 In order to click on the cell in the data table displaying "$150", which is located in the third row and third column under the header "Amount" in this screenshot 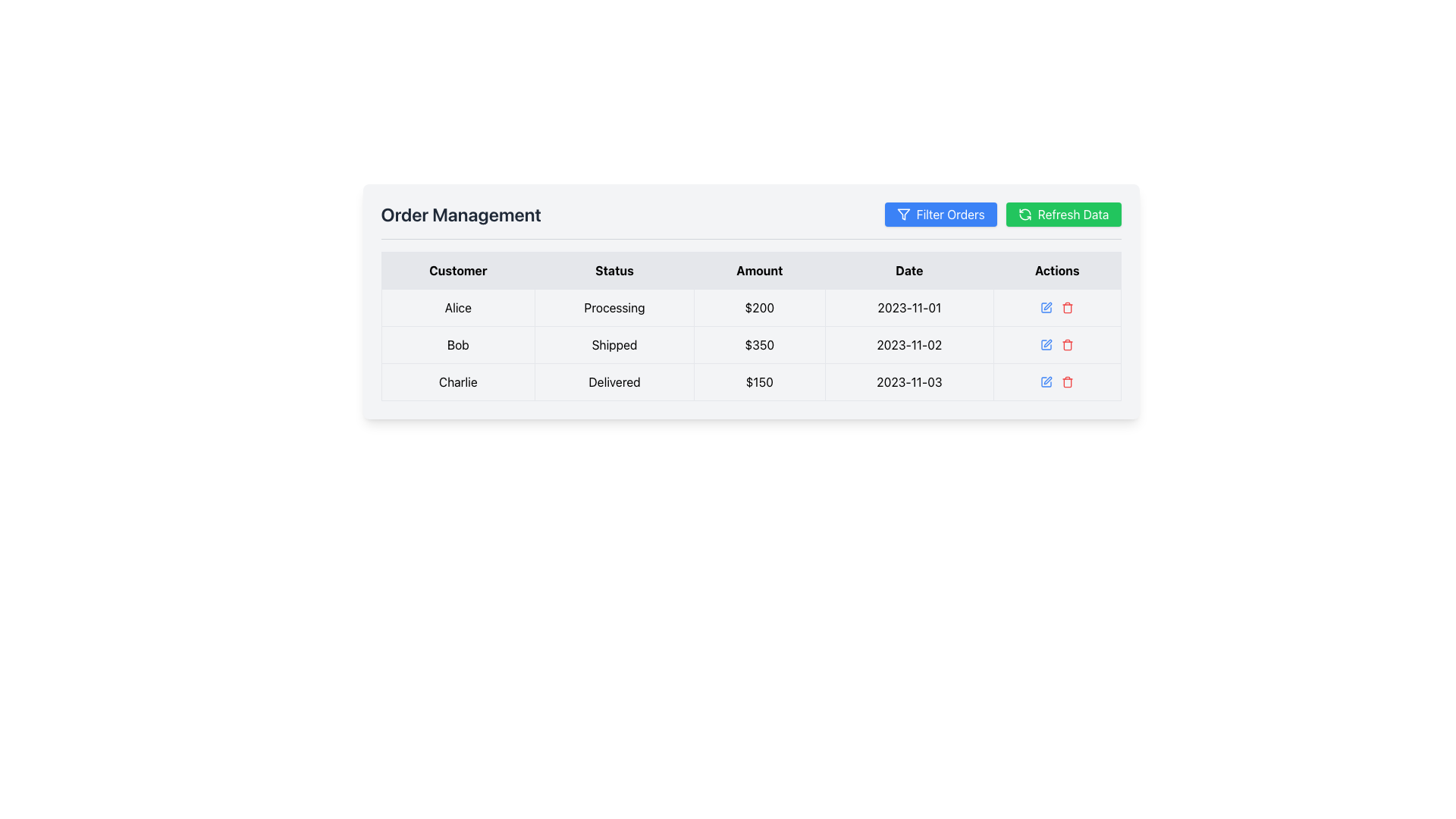, I will do `click(759, 381)`.